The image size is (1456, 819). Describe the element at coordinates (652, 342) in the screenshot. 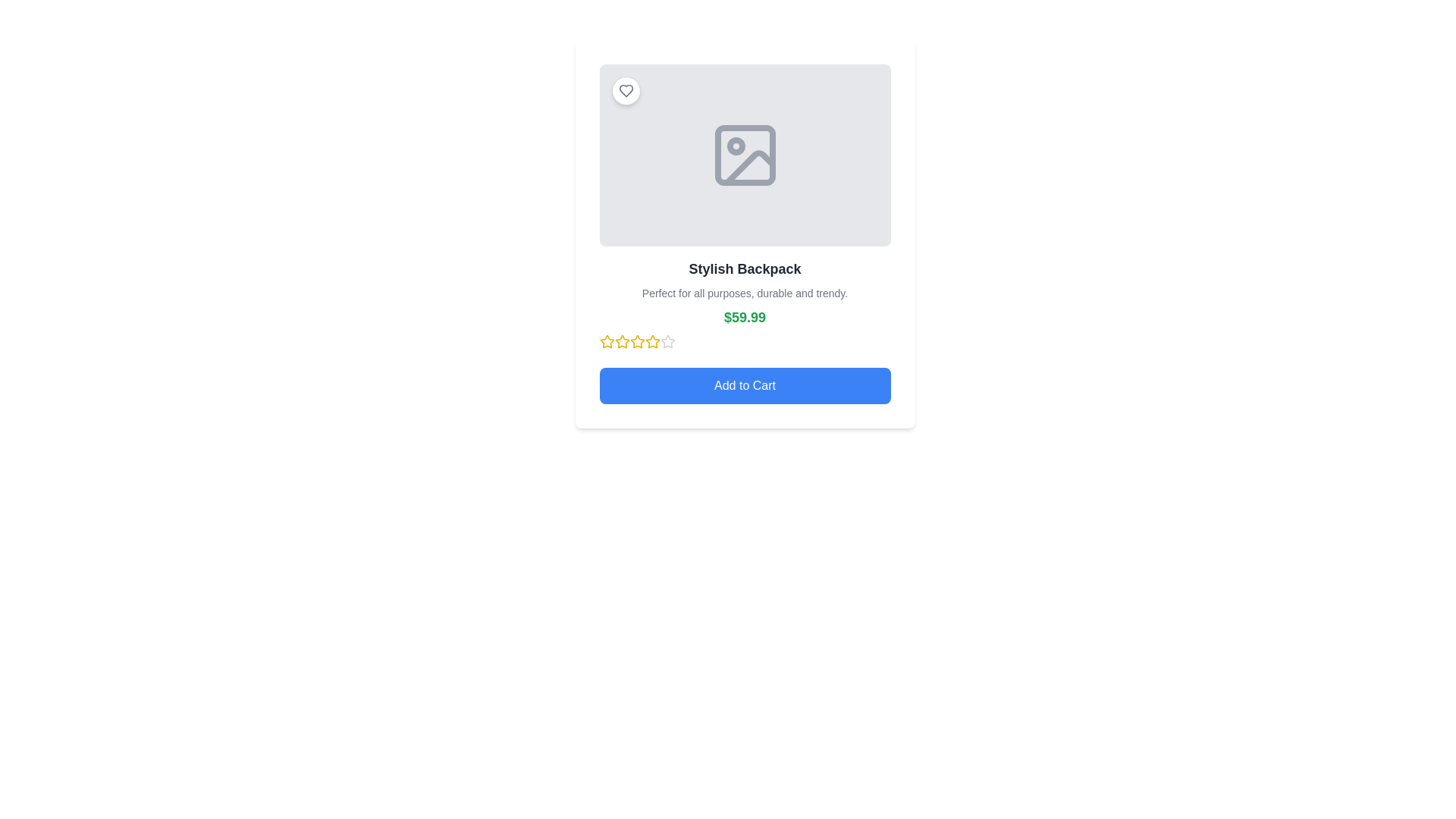

I see `the fourth star in the horizontal row of rating stars below the product name 'Stylish Backpack' and price '$59.99'` at that location.